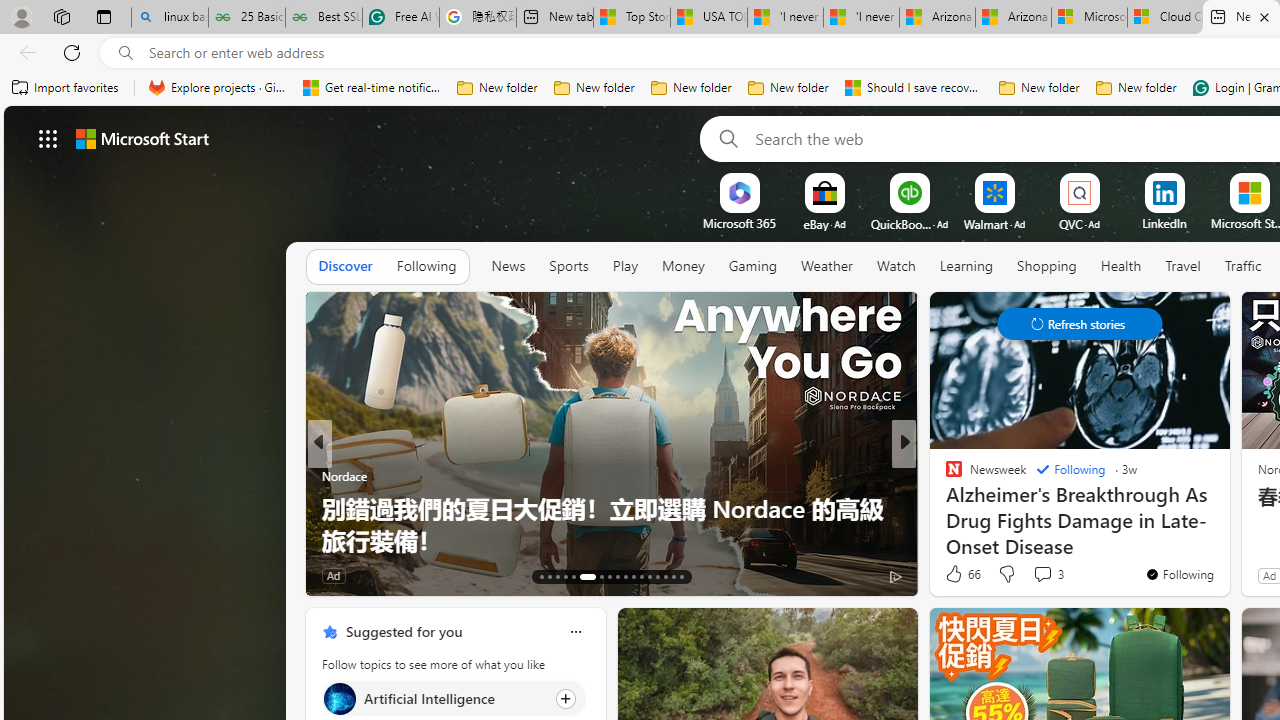  I want to click on 'Health', so click(1121, 265).